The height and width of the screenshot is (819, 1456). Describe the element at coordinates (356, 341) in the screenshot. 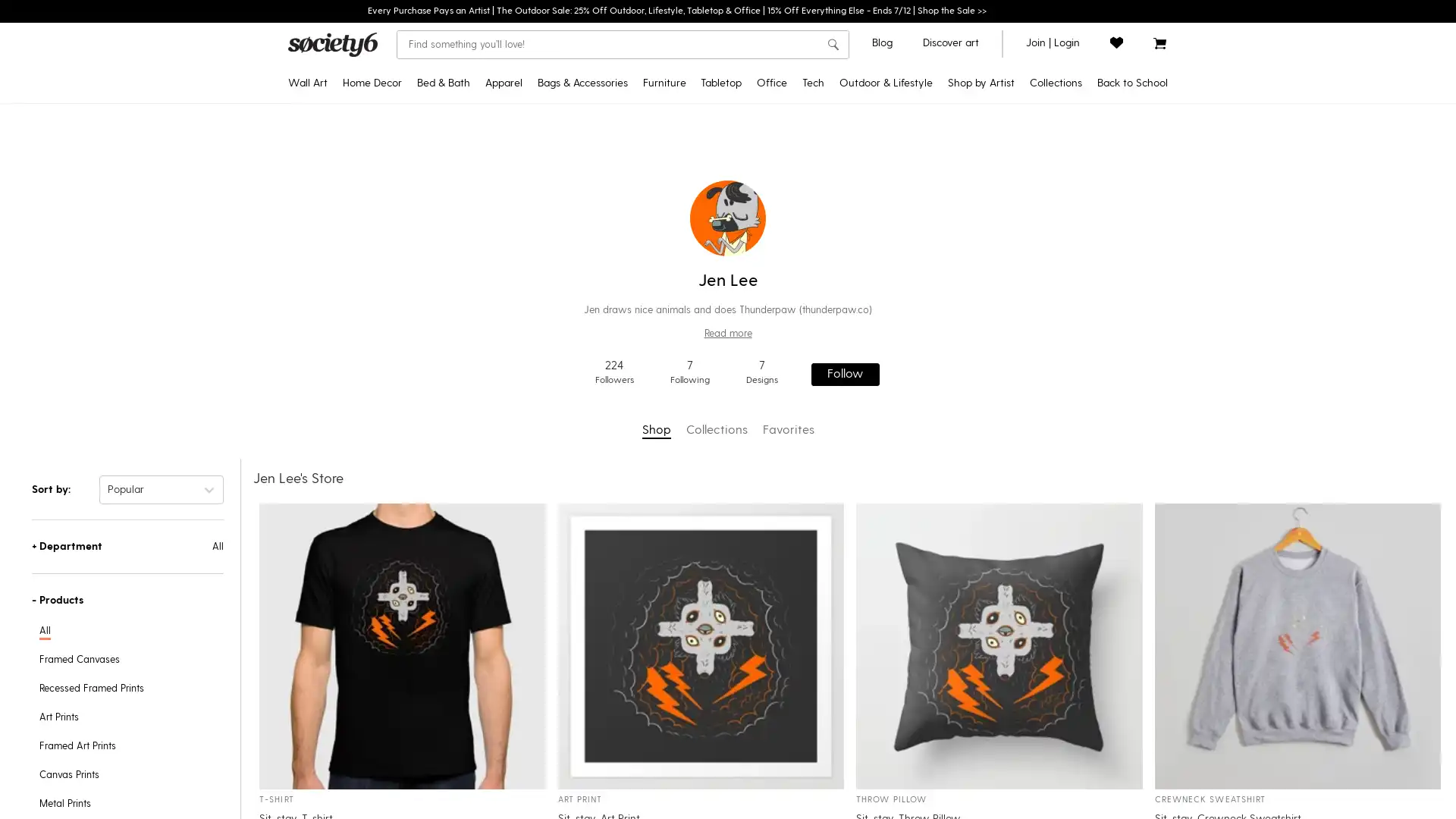

I see `Wall Hangings` at that location.